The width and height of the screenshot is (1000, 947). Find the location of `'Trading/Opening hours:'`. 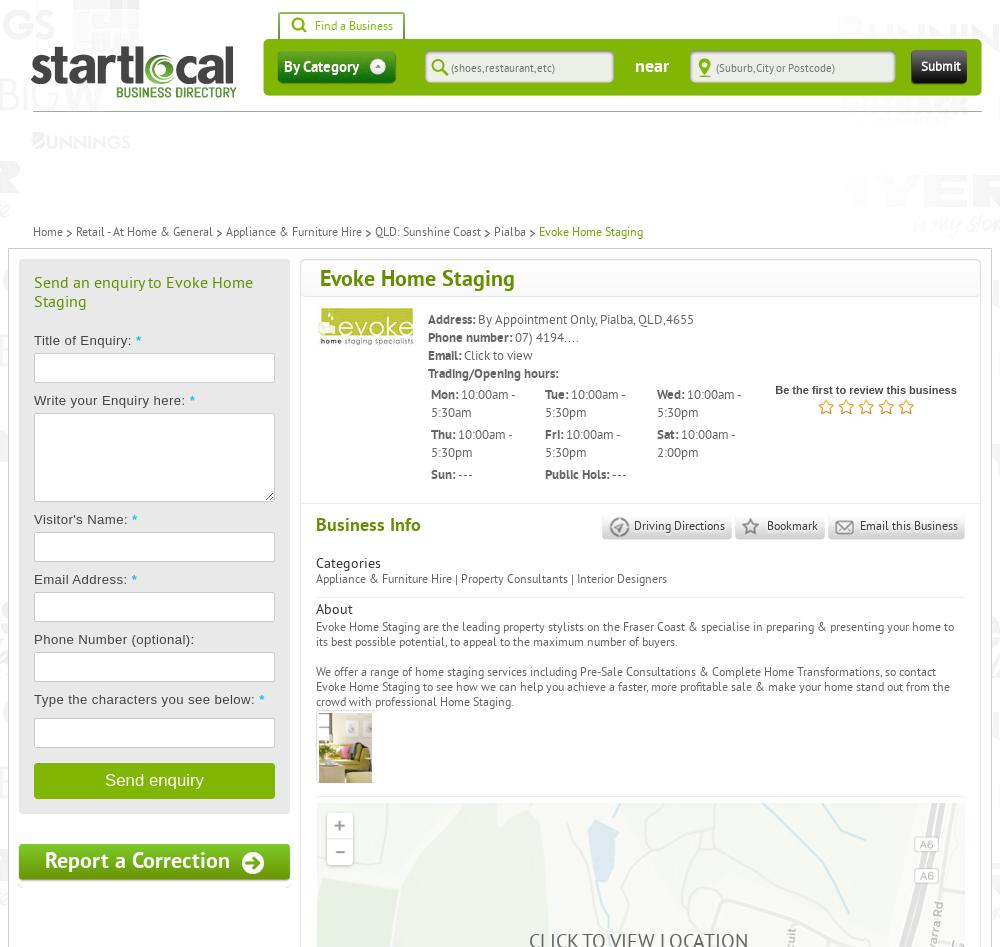

'Trading/Opening hours:' is located at coordinates (492, 372).